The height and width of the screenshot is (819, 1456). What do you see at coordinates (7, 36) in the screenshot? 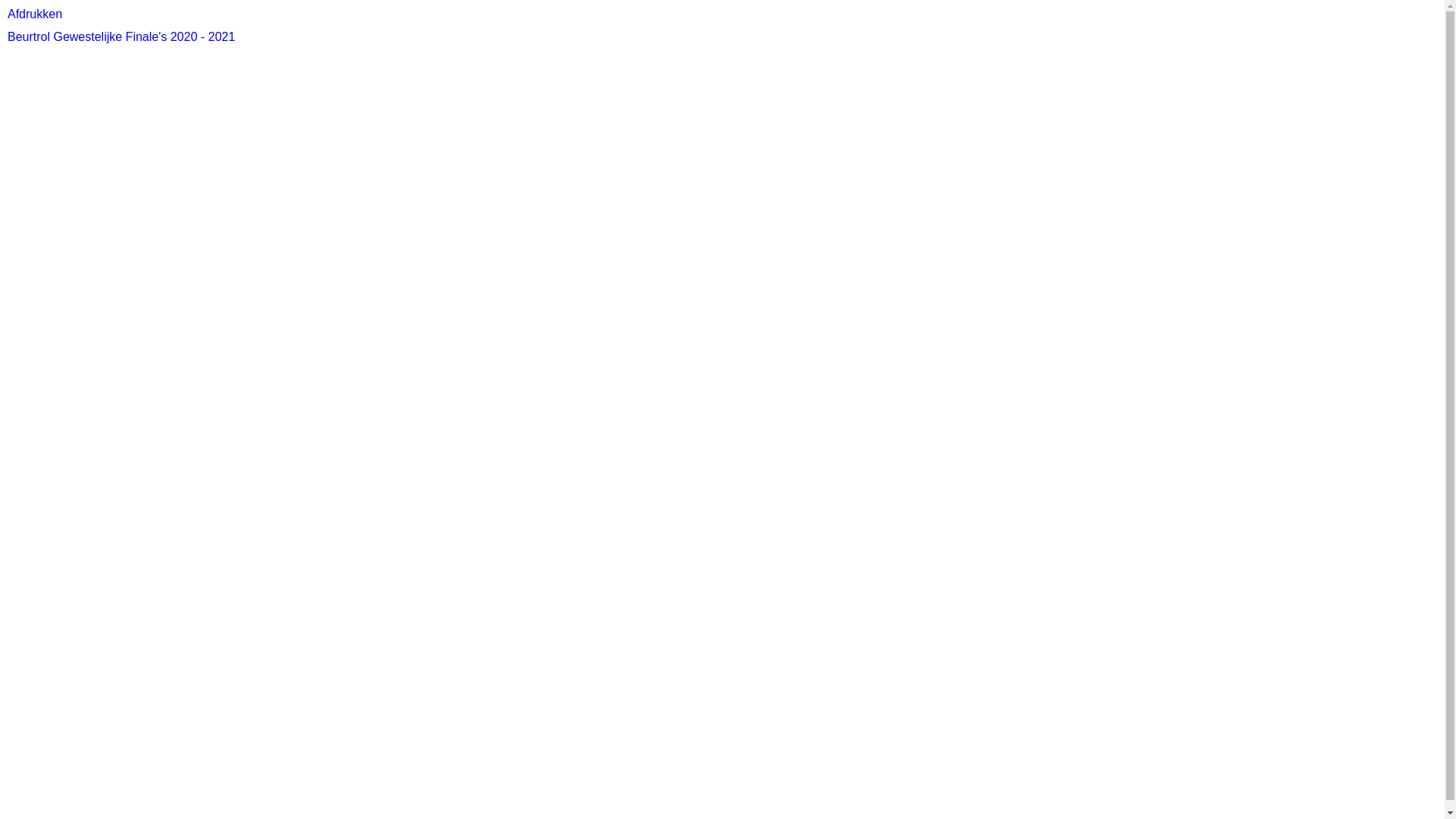
I see `'Beurtrol Gewestelijke Finale's 2020 - 2021'` at bounding box center [7, 36].